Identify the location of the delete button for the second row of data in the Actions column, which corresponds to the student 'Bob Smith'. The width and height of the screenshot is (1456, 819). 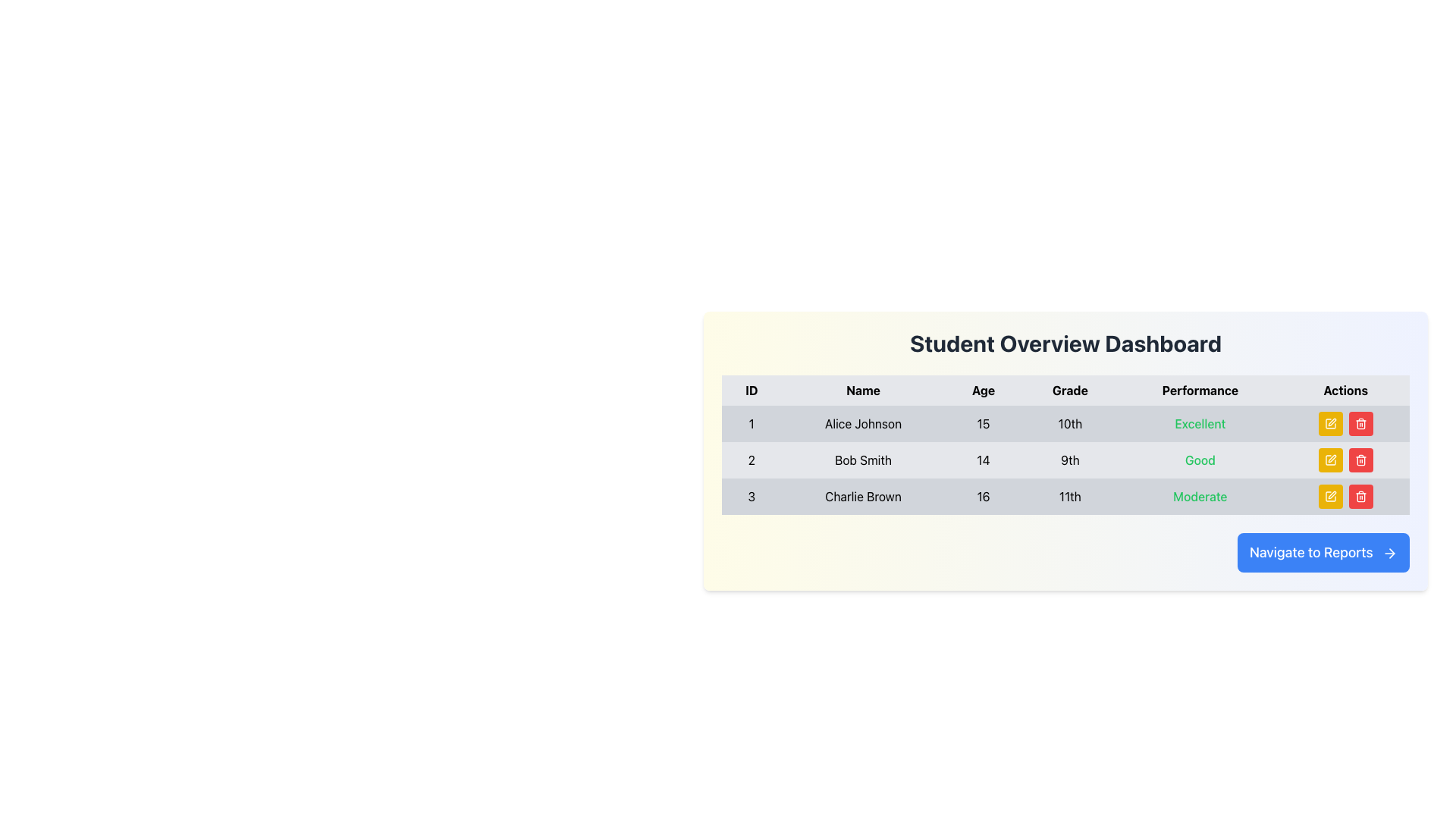
(1360, 459).